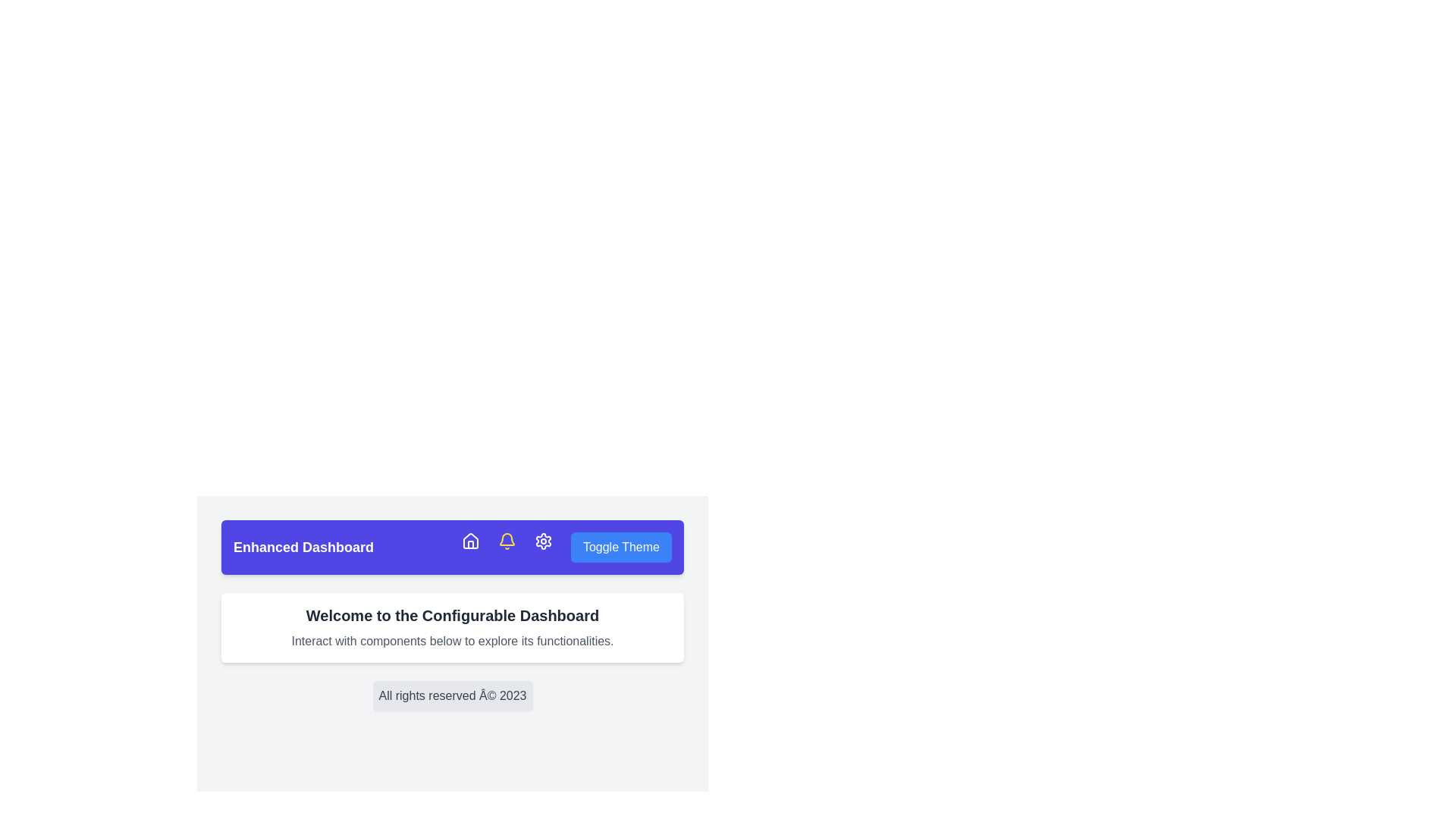 The height and width of the screenshot is (819, 1456). What do you see at coordinates (507, 538) in the screenshot?
I see `the notification bell icon located in the top navigation bar, which is styled with a rounded yellow appearance and represents a notification feature` at bounding box center [507, 538].